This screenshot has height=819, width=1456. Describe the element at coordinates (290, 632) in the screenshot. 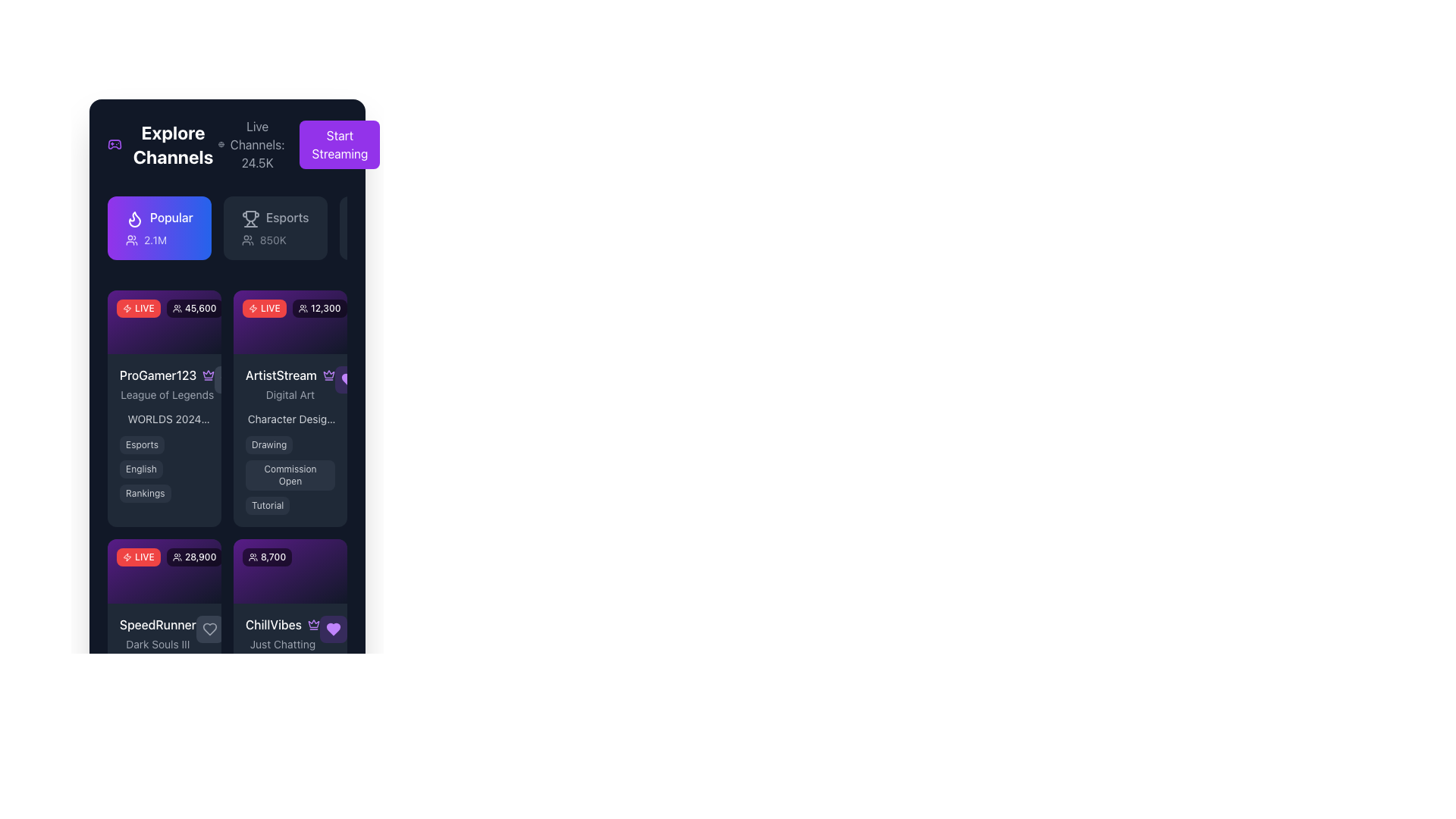

I see `the informational listing card for the 'ChillVibes' channel` at that location.